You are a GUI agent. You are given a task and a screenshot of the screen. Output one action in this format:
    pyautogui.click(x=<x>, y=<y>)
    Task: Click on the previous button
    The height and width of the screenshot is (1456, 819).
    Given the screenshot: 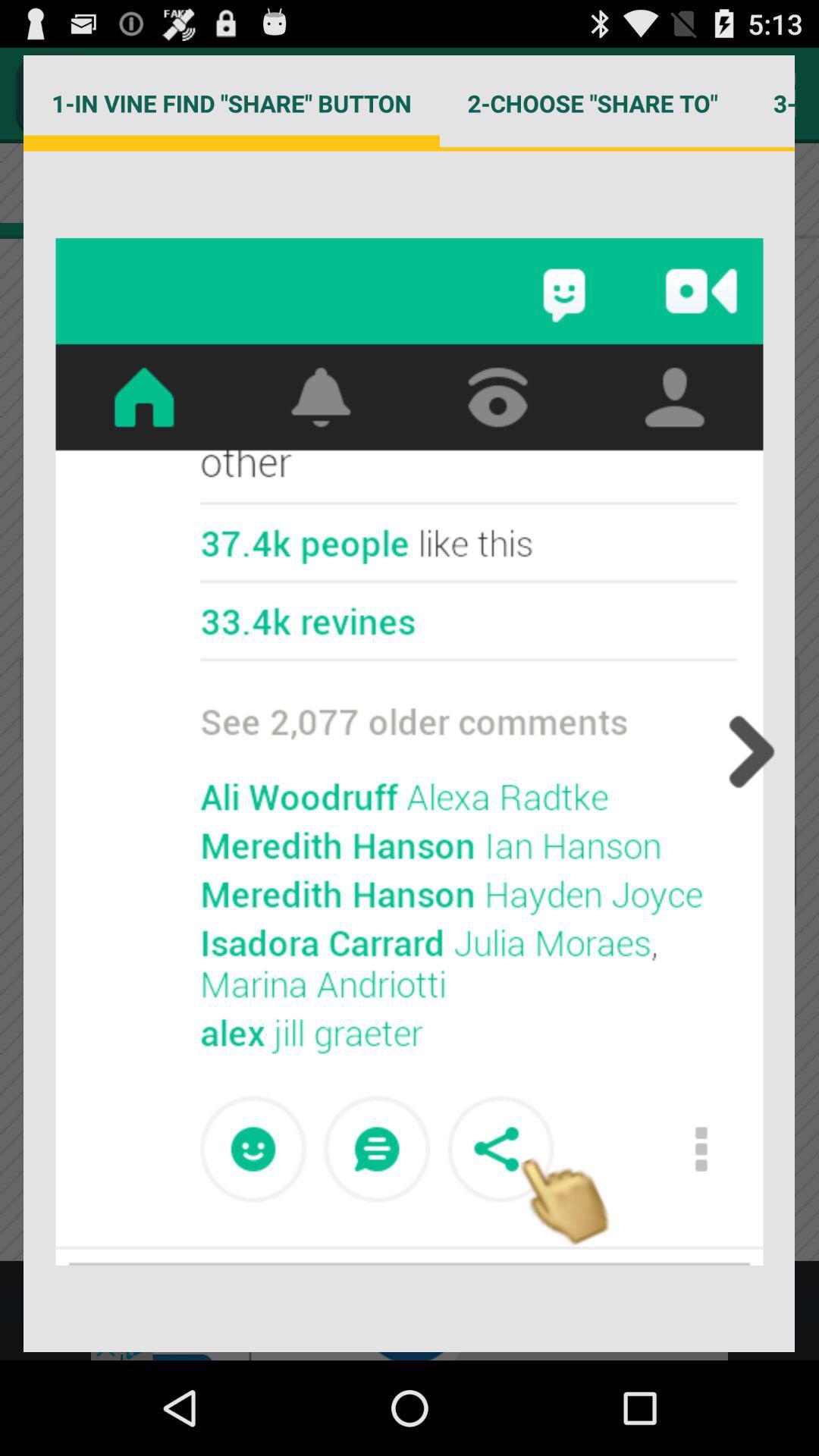 What is the action you would take?
    pyautogui.click(x=746, y=752)
    